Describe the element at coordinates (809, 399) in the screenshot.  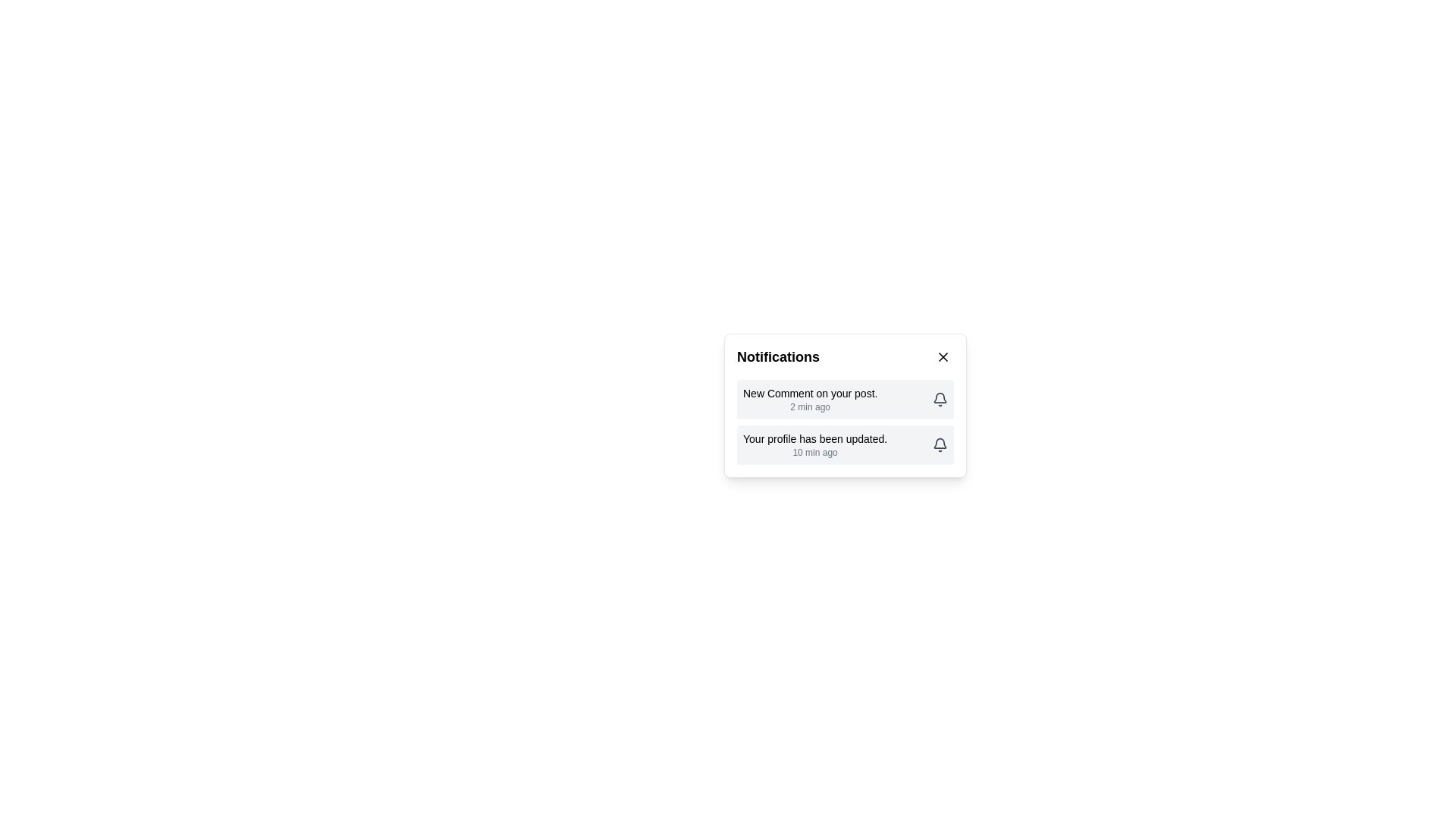
I see `the notification message indicating a new comment, located in the second row of the notification list below the 'Notifications' header` at that location.